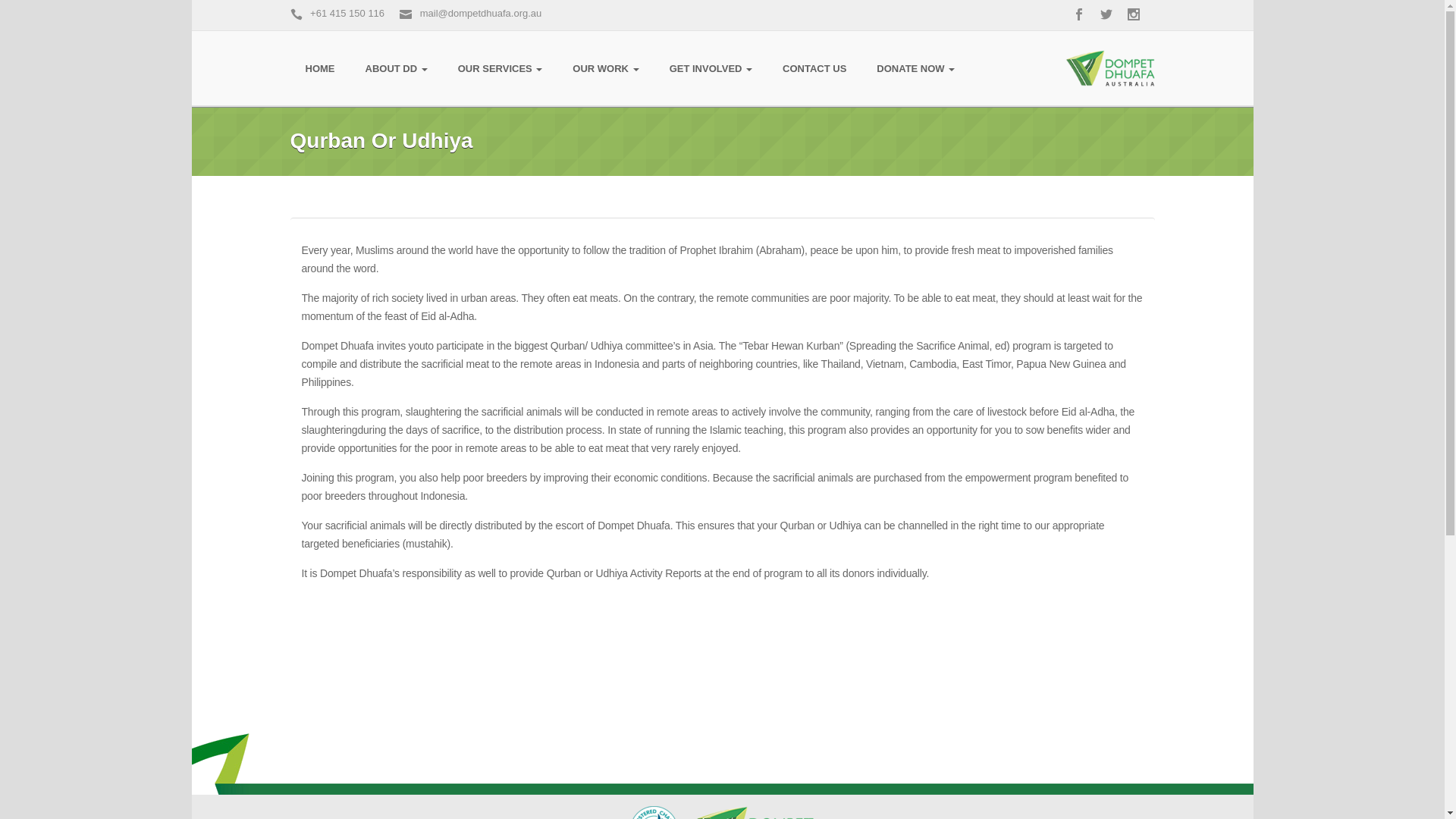 The width and height of the screenshot is (1456, 819). Describe the element at coordinates (915, 69) in the screenshot. I see `'DONATE NOW'` at that location.